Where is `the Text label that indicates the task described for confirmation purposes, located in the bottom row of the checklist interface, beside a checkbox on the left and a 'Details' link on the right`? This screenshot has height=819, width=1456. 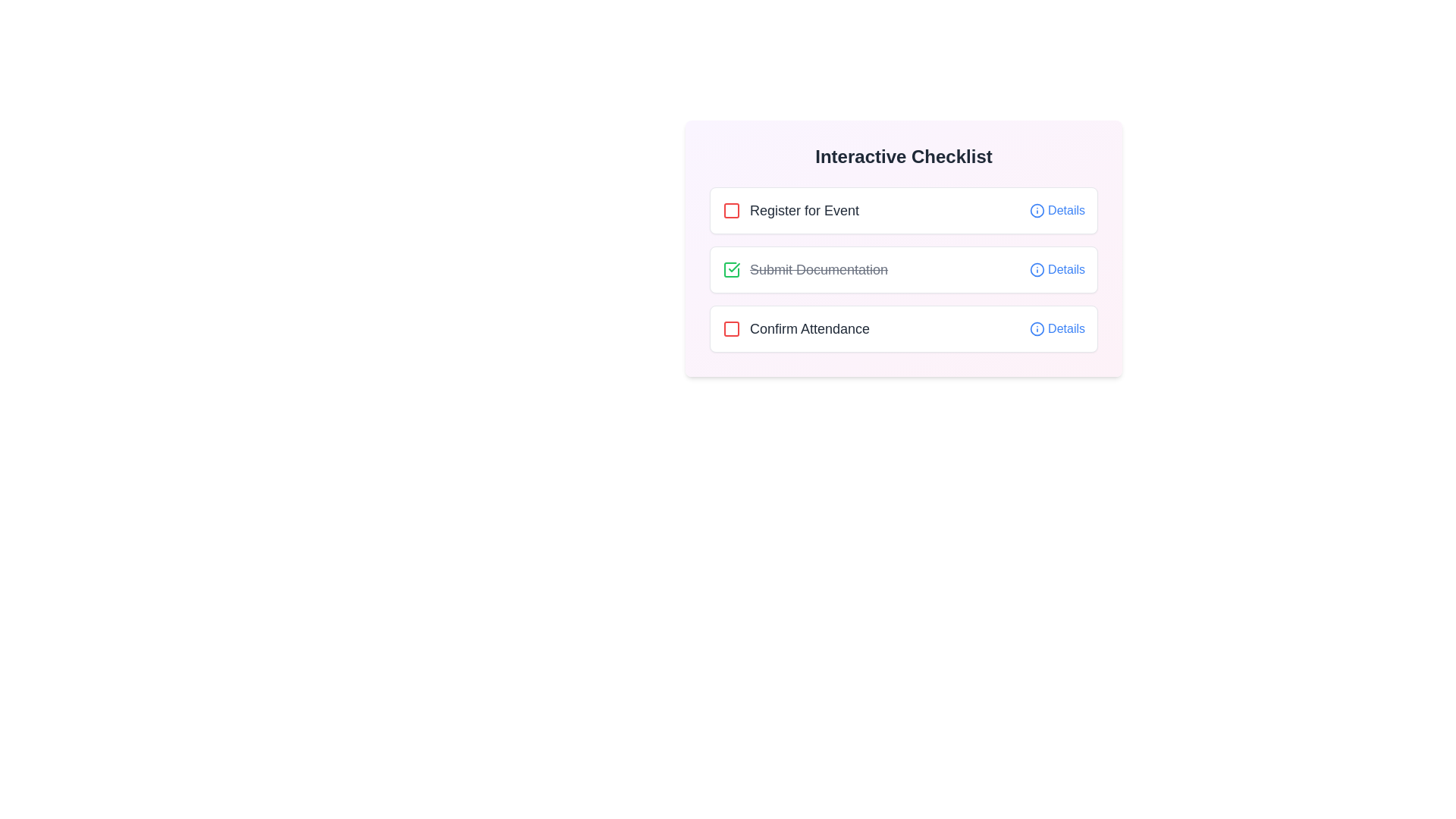
the Text label that indicates the task described for confirmation purposes, located in the bottom row of the checklist interface, beside a checkbox on the left and a 'Details' link on the right is located at coordinates (809, 328).